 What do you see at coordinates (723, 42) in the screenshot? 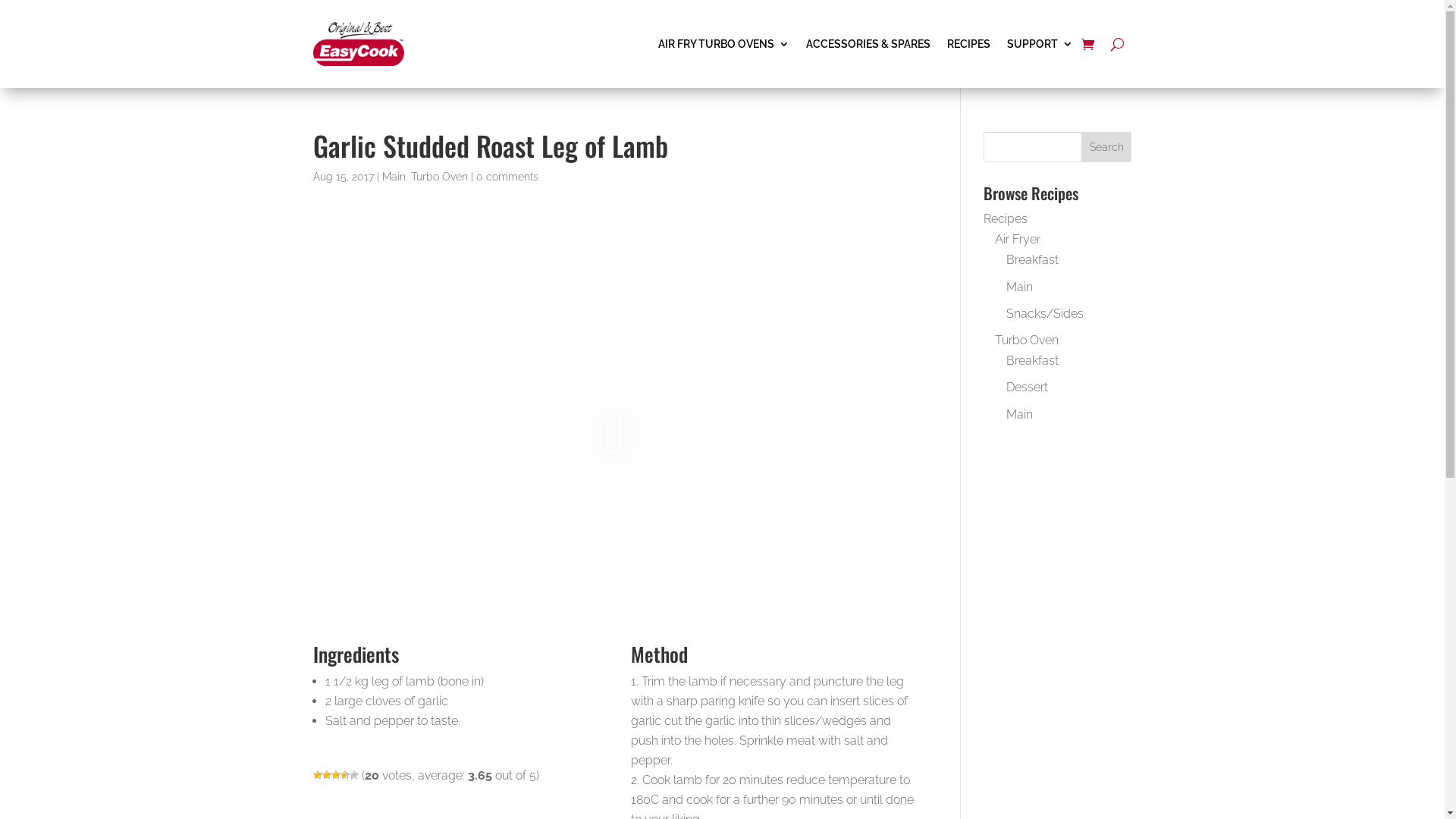
I see `'AIR FRY TURBO OVENS'` at bounding box center [723, 42].